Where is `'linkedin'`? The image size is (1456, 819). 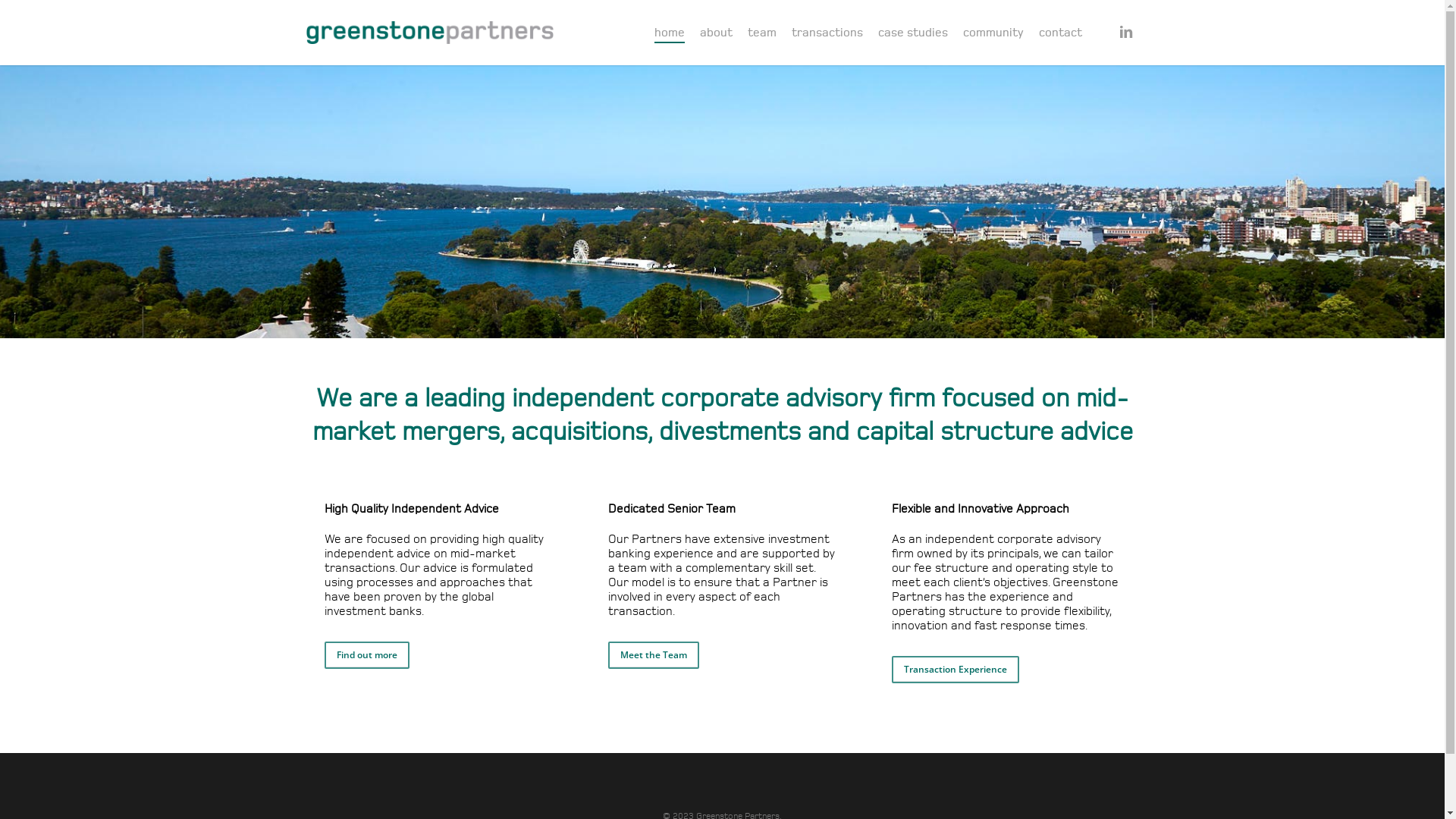
'linkedin' is located at coordinates (1125, 32).